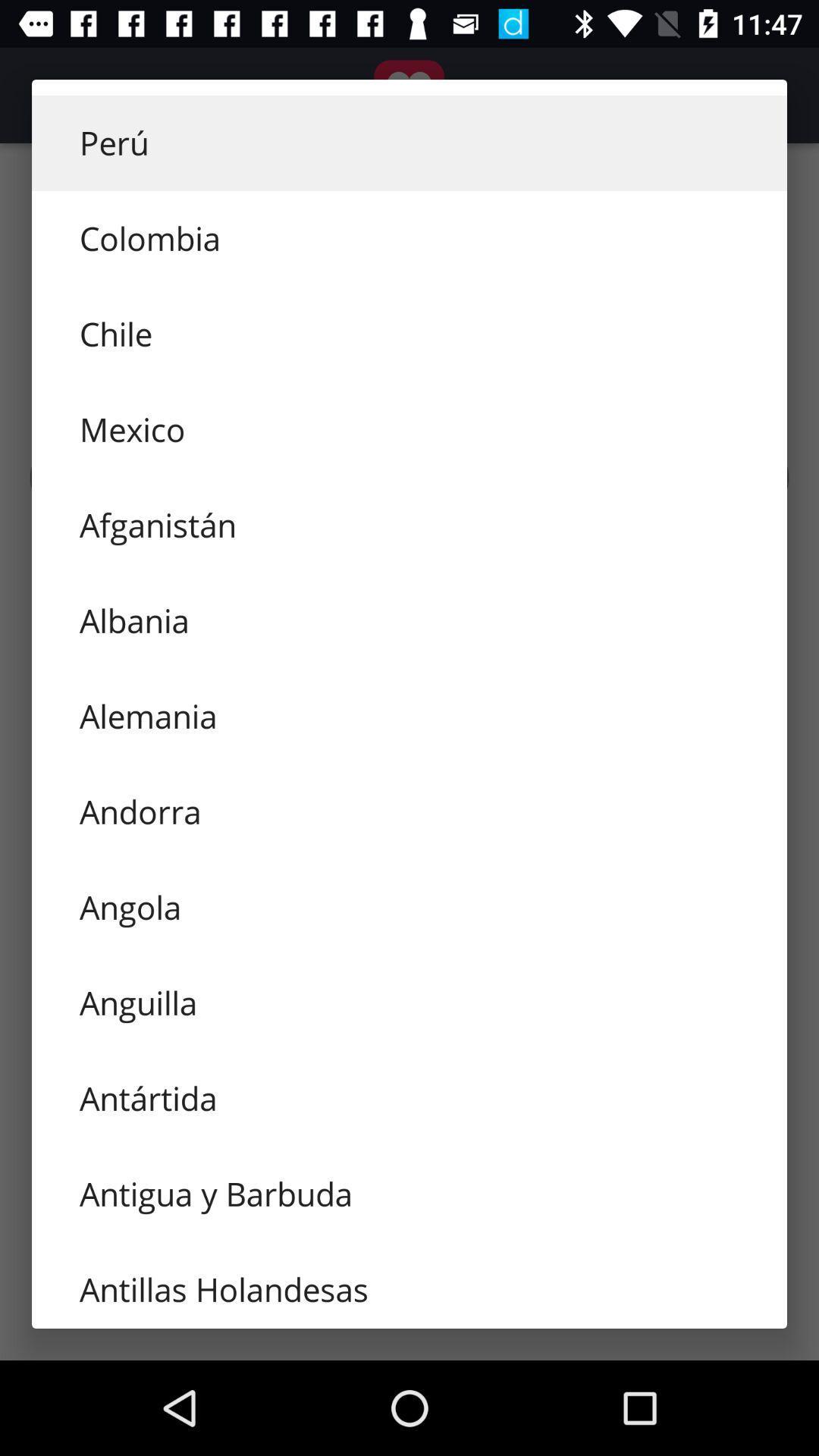 The height and width of the screenshot is (1456, 819). What do you see at coordinates (409, 1003) in the screenshot?
I see `the anguilla` at bounding box center [409, 1003].